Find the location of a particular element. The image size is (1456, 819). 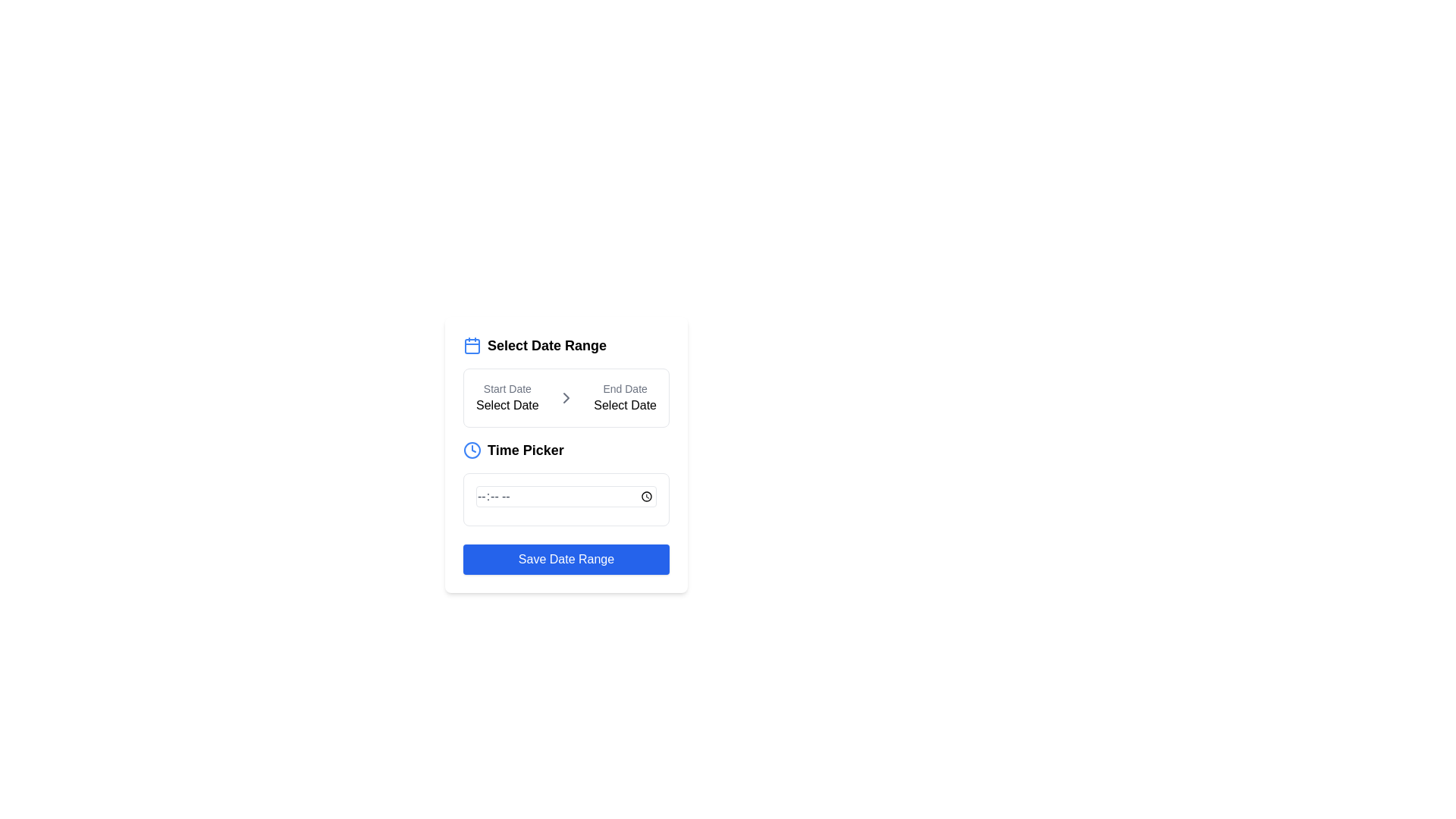

the 'End Date' static text label is located at coordinates (625, 388).